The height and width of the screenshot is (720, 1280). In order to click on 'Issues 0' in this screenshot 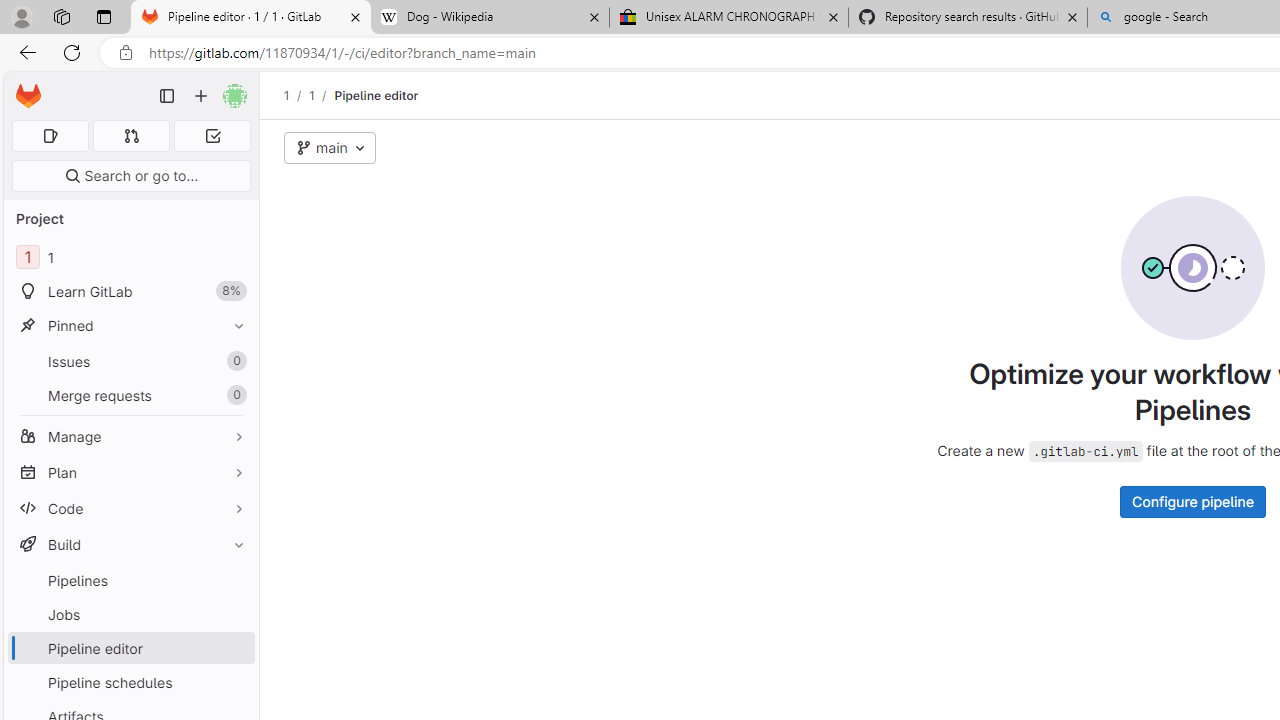, I will do `click(130, 361)`.